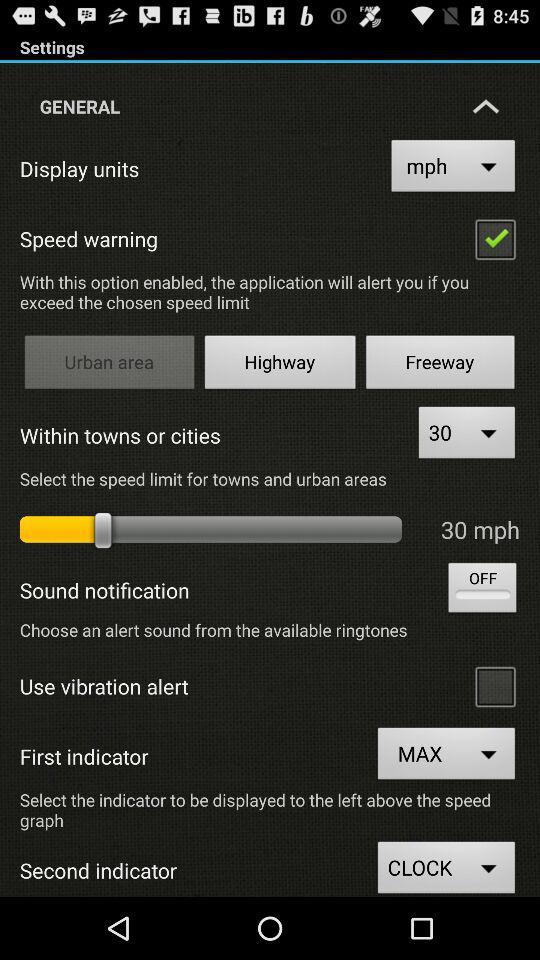  Describe the element at coordinates (485, 107) in the screenshot. I see `the arrow icon which is next to general` at that location.